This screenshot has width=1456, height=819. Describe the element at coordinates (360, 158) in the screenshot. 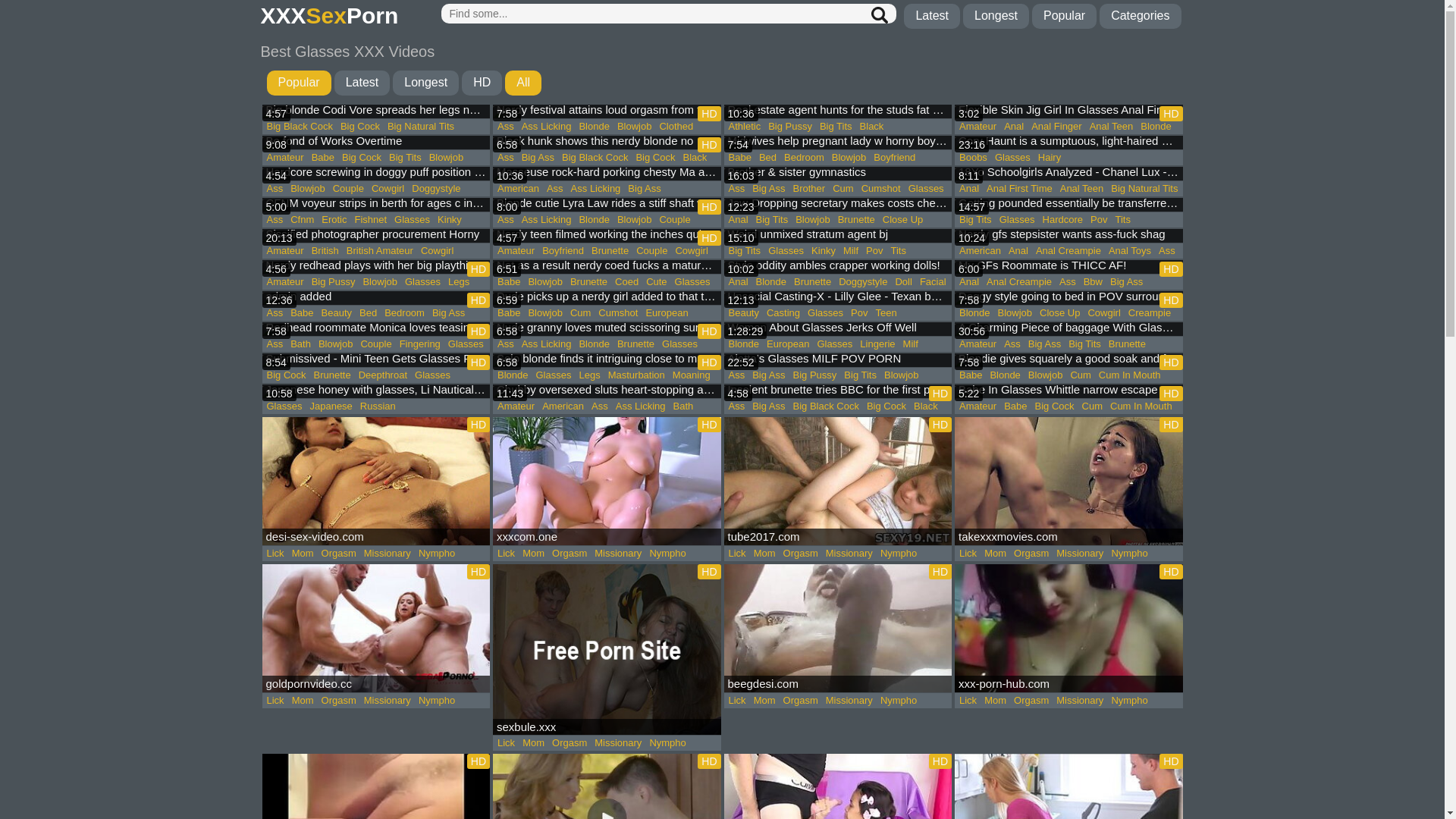

I see `'Big Cock'` at that location.